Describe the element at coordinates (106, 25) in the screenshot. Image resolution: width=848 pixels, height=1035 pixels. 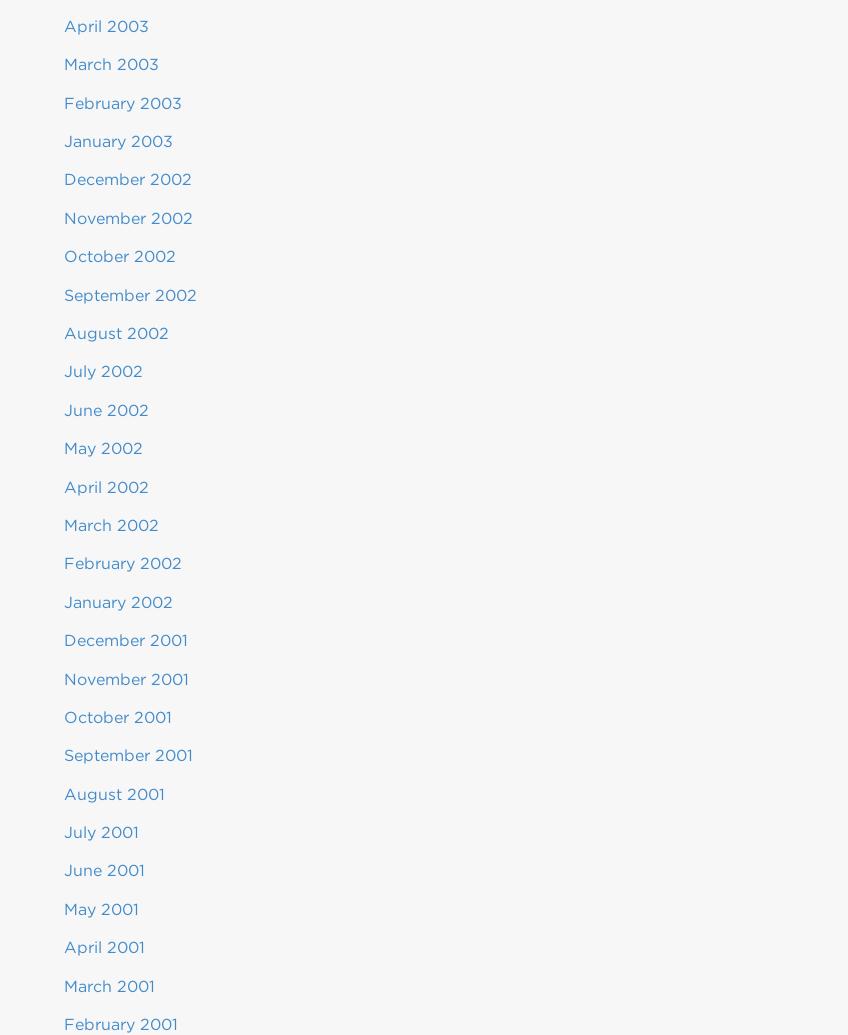
I see `'April 2003'` at that location.